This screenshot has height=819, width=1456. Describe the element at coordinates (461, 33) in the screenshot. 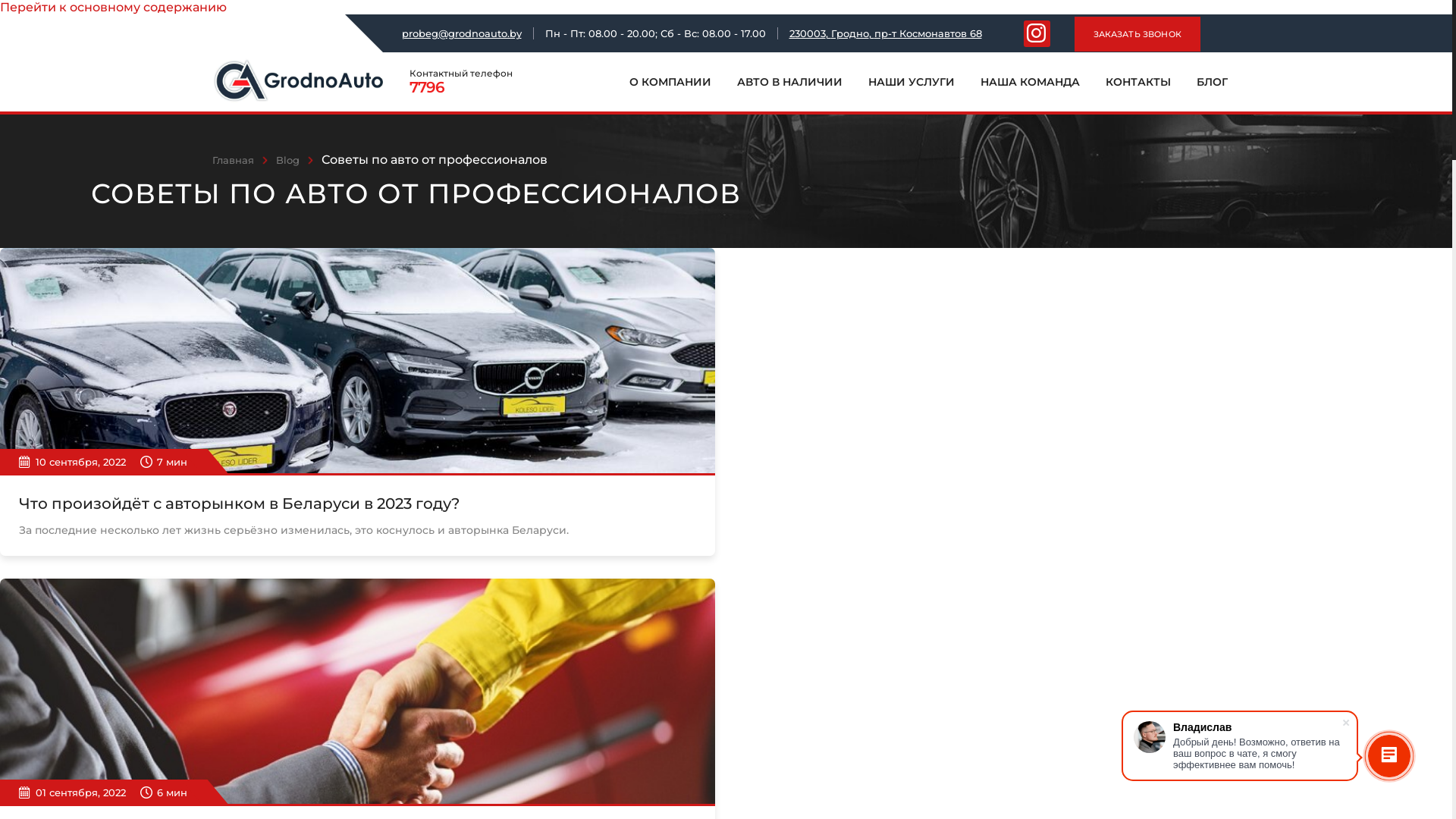

I see `'probeg@grodnoauto.by'` at that location.